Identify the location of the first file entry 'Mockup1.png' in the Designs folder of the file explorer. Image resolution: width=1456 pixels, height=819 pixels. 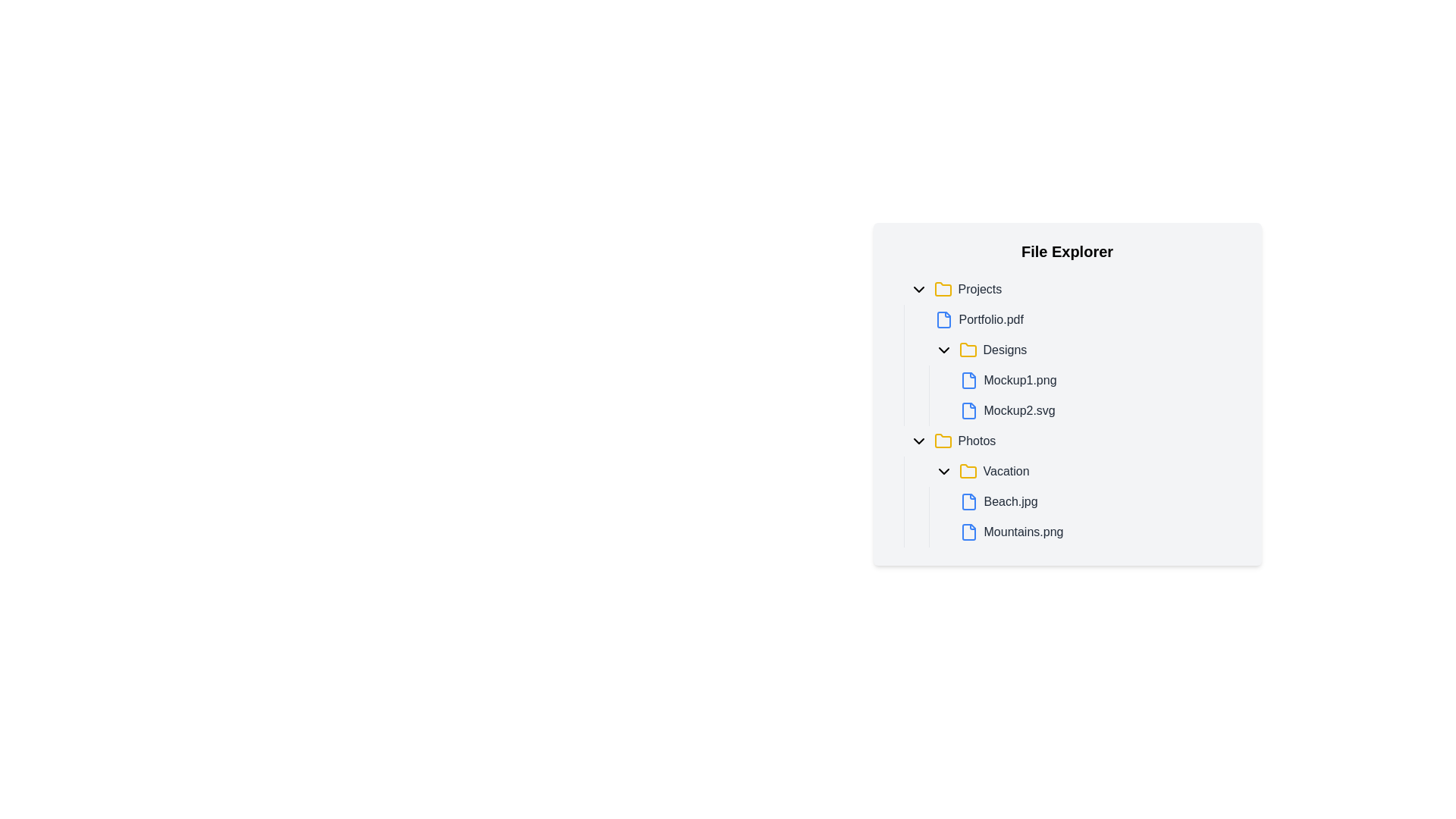
(1098, 379).